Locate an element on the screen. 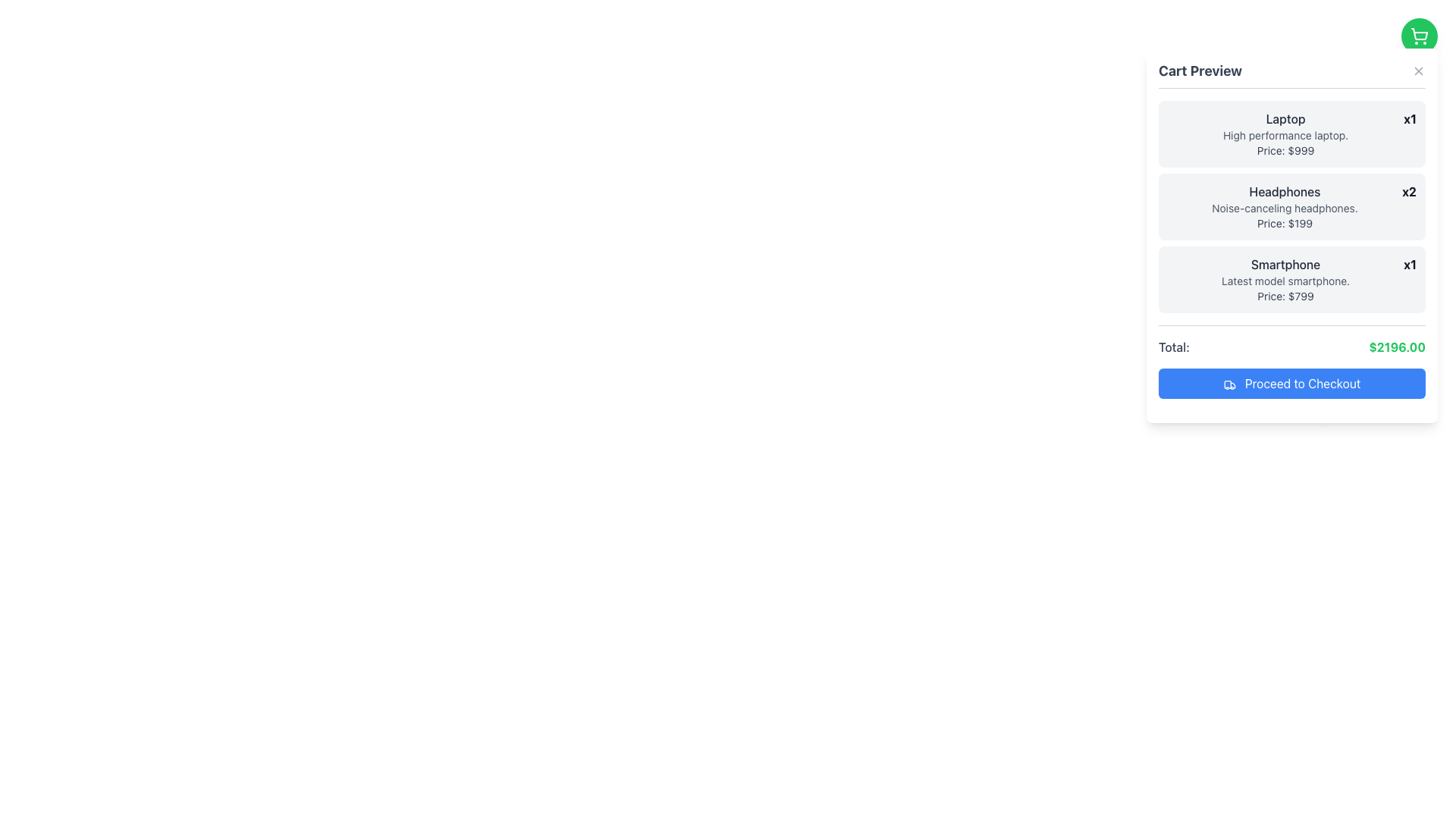 The width and height of the screenshot is (1456, 819). the informational card displaying product details in the shopping cart interface, which is the third card in the list within the 'Cart Preview' panel is located at coordinates (1291, 280).